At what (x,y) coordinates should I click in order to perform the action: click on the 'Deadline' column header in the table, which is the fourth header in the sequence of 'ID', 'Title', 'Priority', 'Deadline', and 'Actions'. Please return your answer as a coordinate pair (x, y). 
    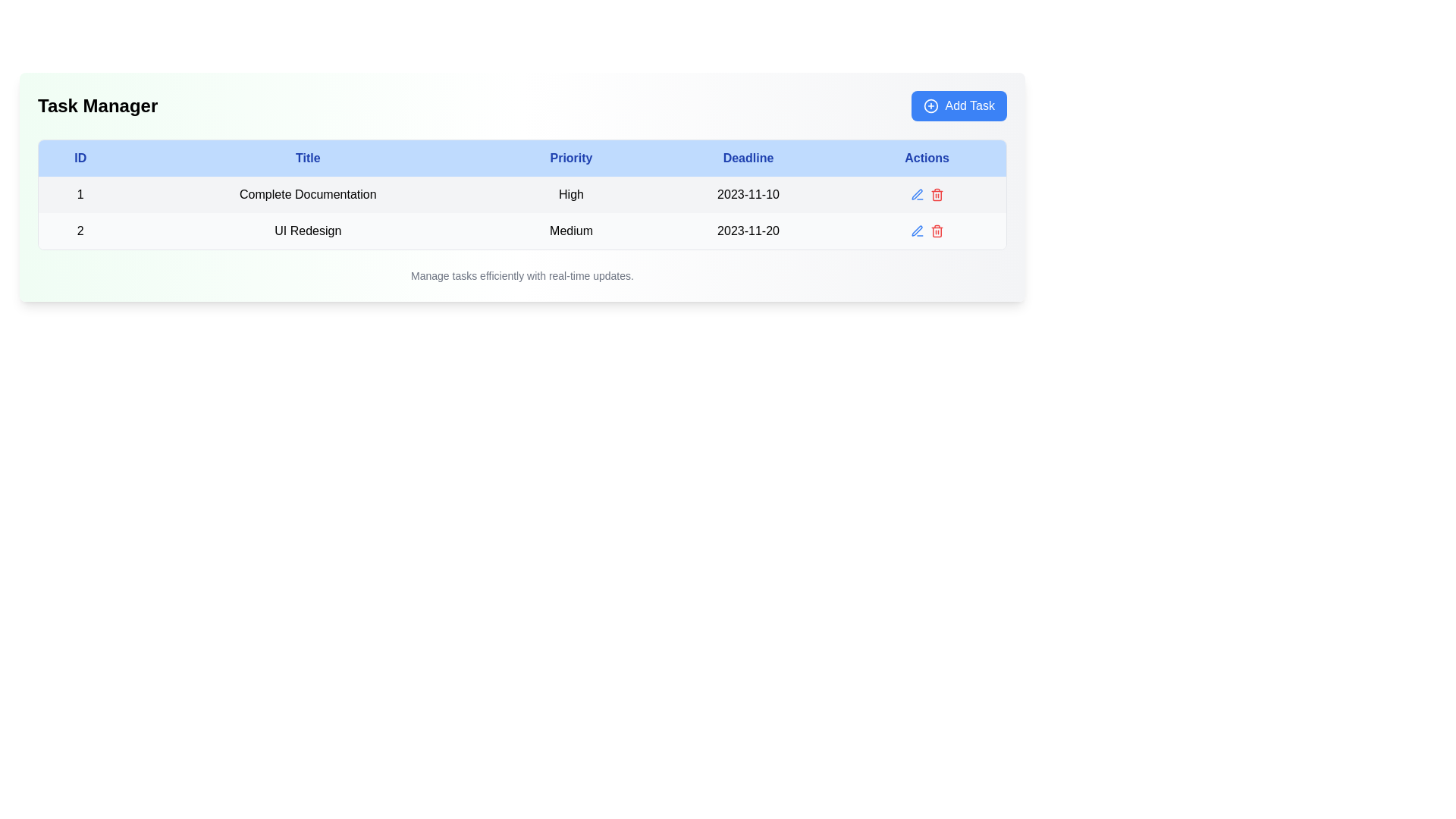
    Looking at the image, I should click on (748, 158).